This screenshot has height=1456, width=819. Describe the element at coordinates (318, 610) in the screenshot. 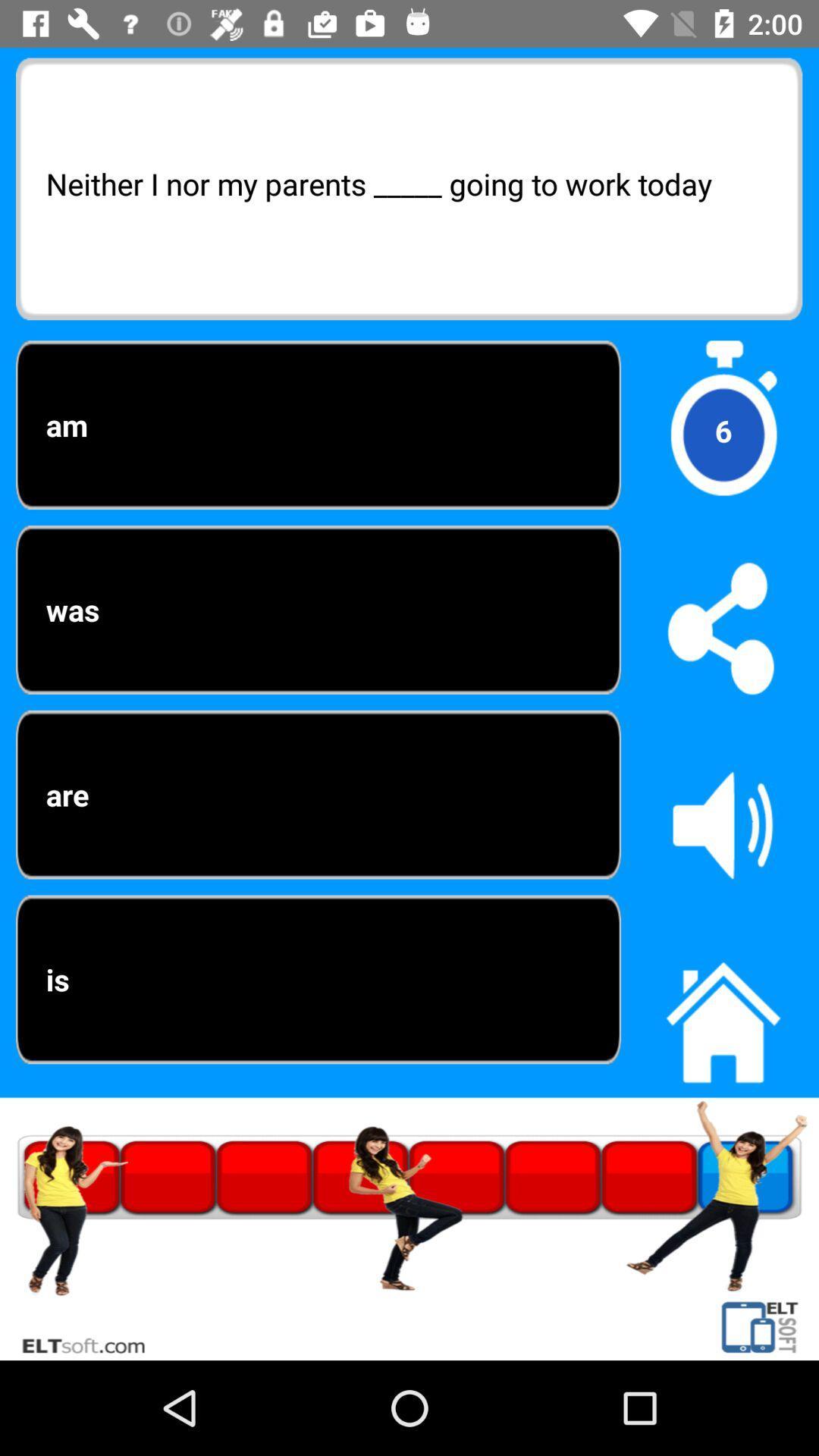

I see `the was icon` at that location.